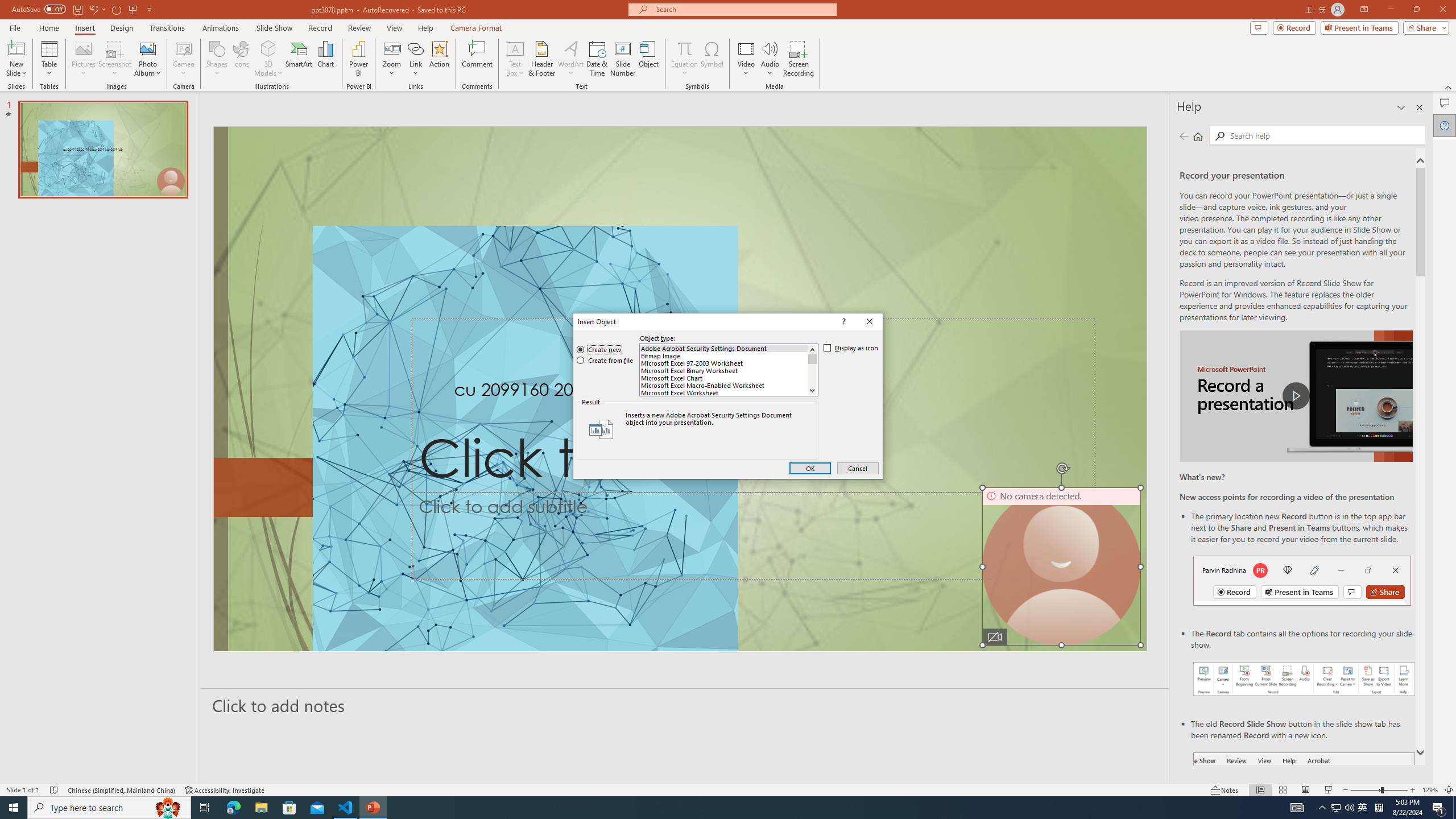  What do you see at coordinates (268, 48) in the screenshot?
I see `'3D Models'` at bounding box center [268, 48].